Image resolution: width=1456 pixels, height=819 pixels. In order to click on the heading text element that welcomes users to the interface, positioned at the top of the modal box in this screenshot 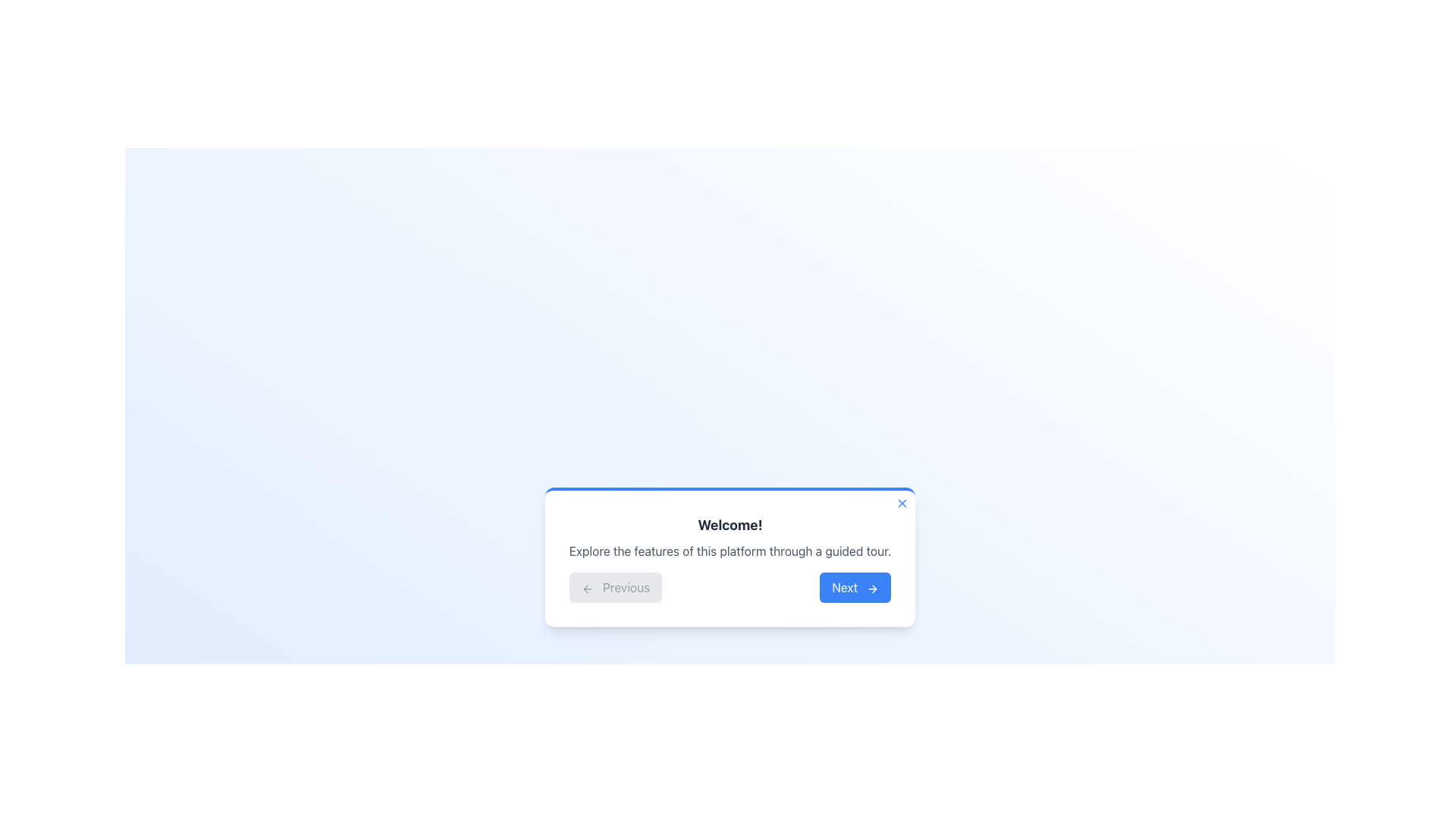, I will do `click(730, 525)`.